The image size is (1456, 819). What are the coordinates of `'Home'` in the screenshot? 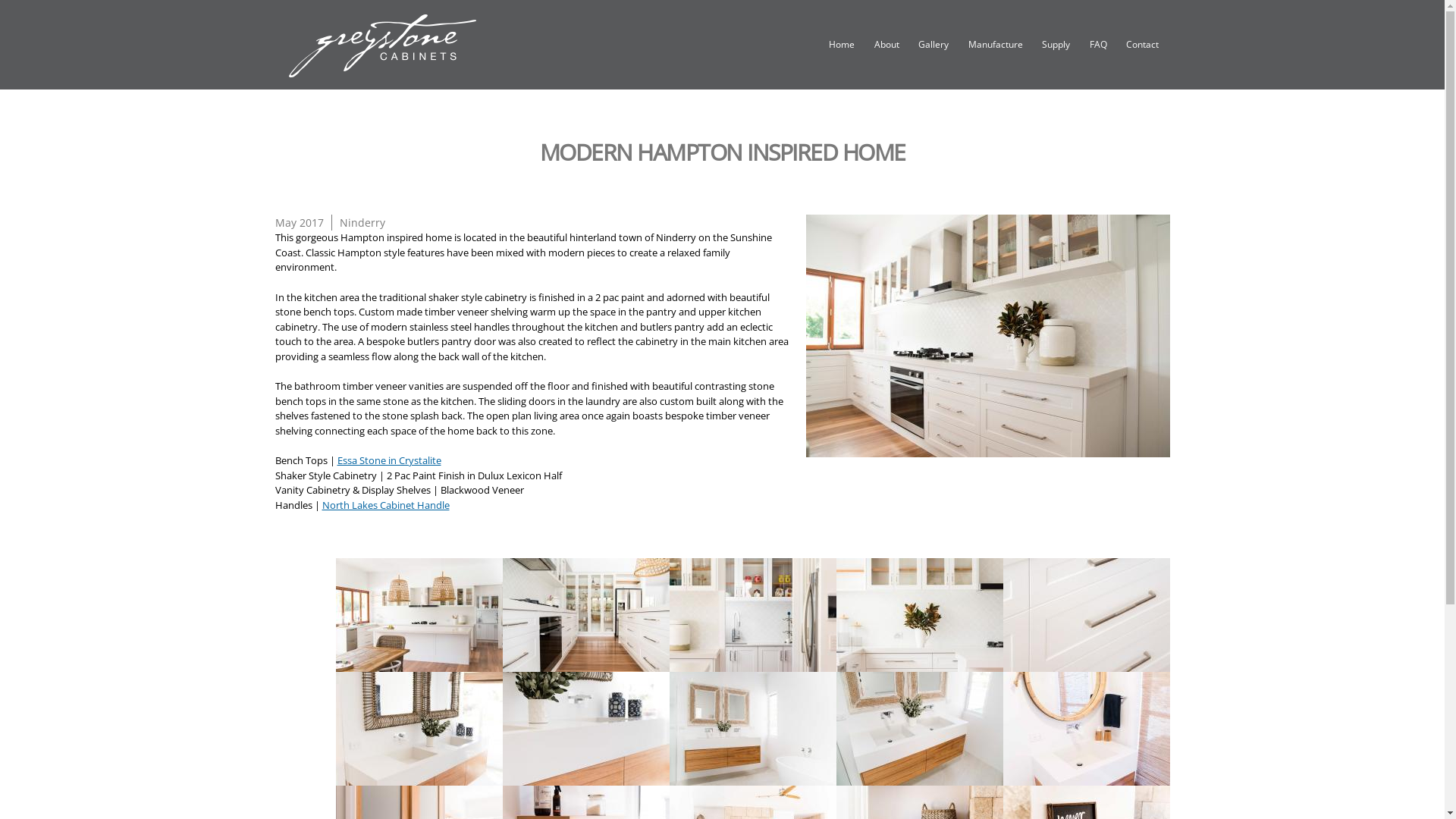 It's located at (840, 45).